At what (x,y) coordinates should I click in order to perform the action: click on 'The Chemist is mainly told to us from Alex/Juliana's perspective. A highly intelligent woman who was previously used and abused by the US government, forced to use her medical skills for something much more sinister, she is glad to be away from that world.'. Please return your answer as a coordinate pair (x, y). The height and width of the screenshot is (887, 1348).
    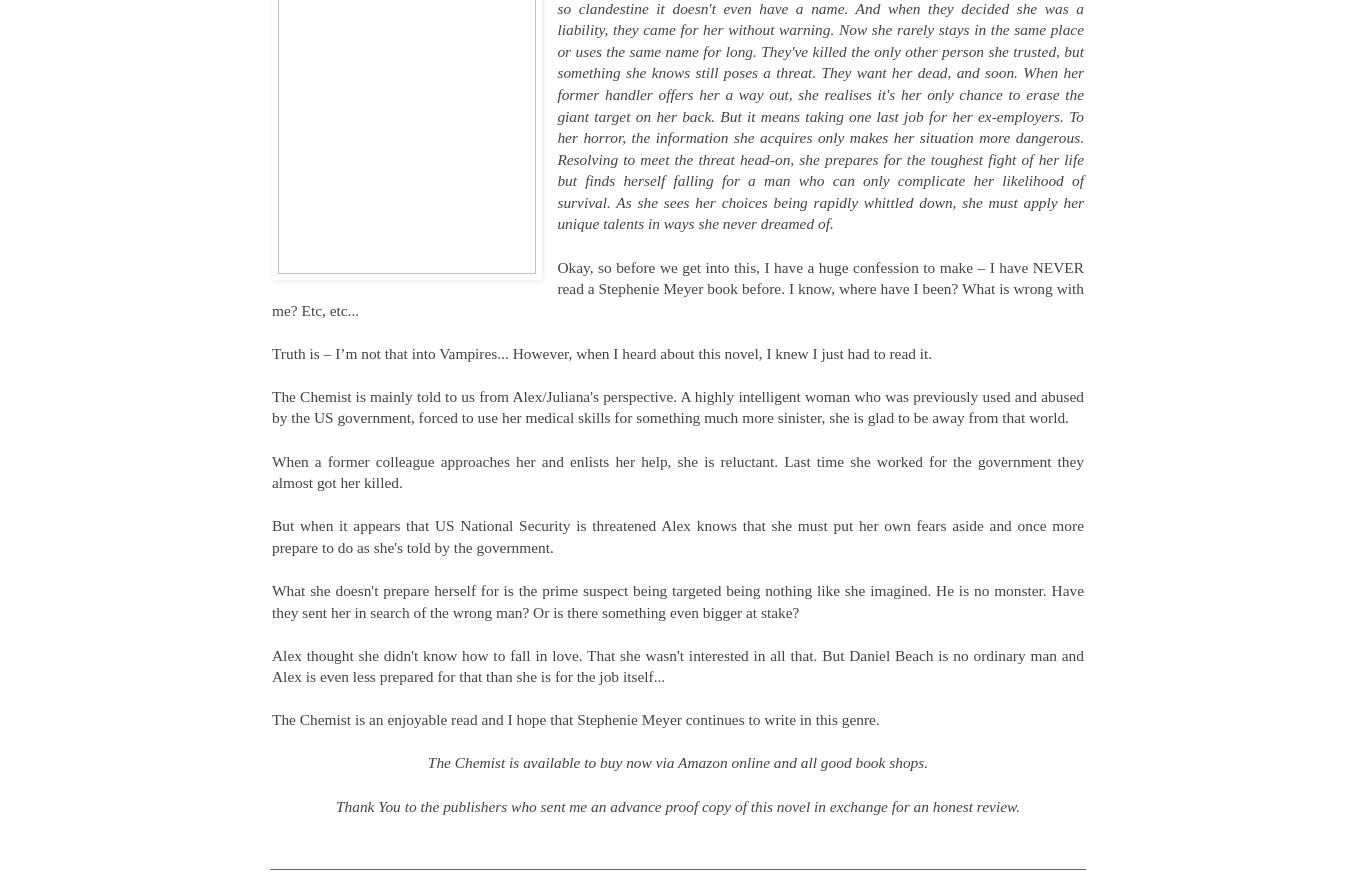
    Looking at the image, I should click on (677, 406).